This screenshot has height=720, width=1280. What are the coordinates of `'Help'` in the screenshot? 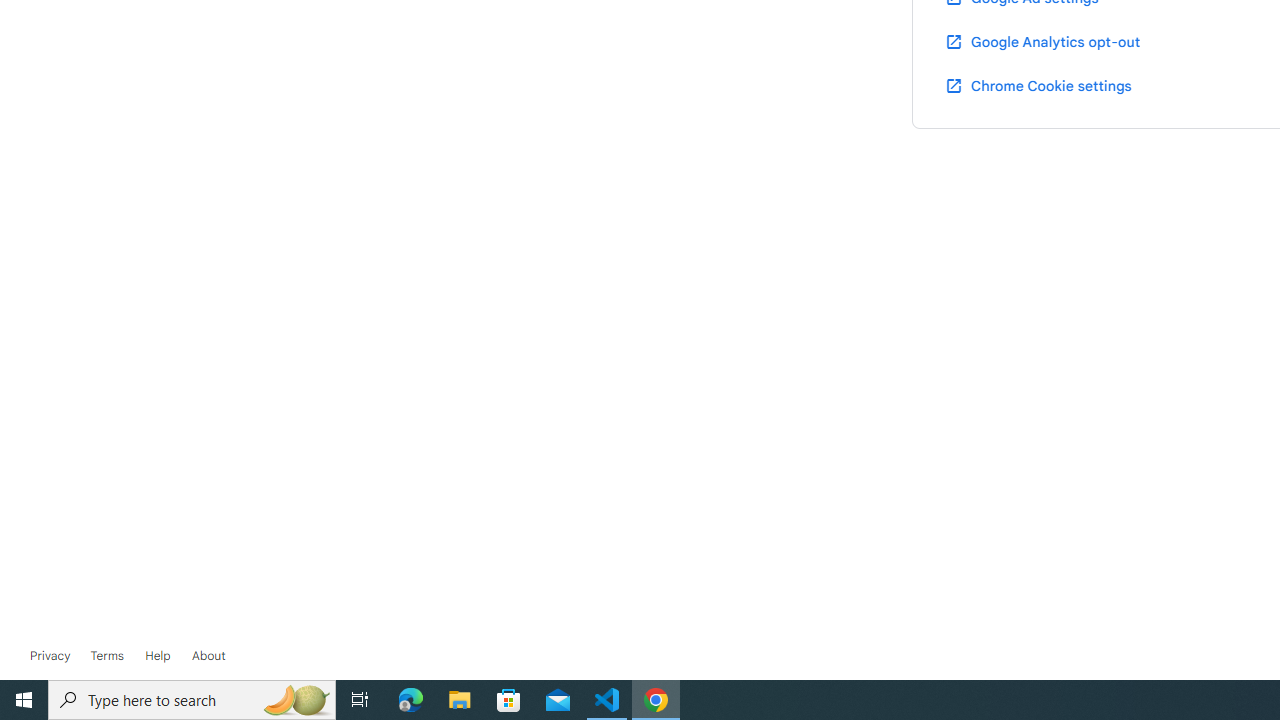 It's located at (157, 655).